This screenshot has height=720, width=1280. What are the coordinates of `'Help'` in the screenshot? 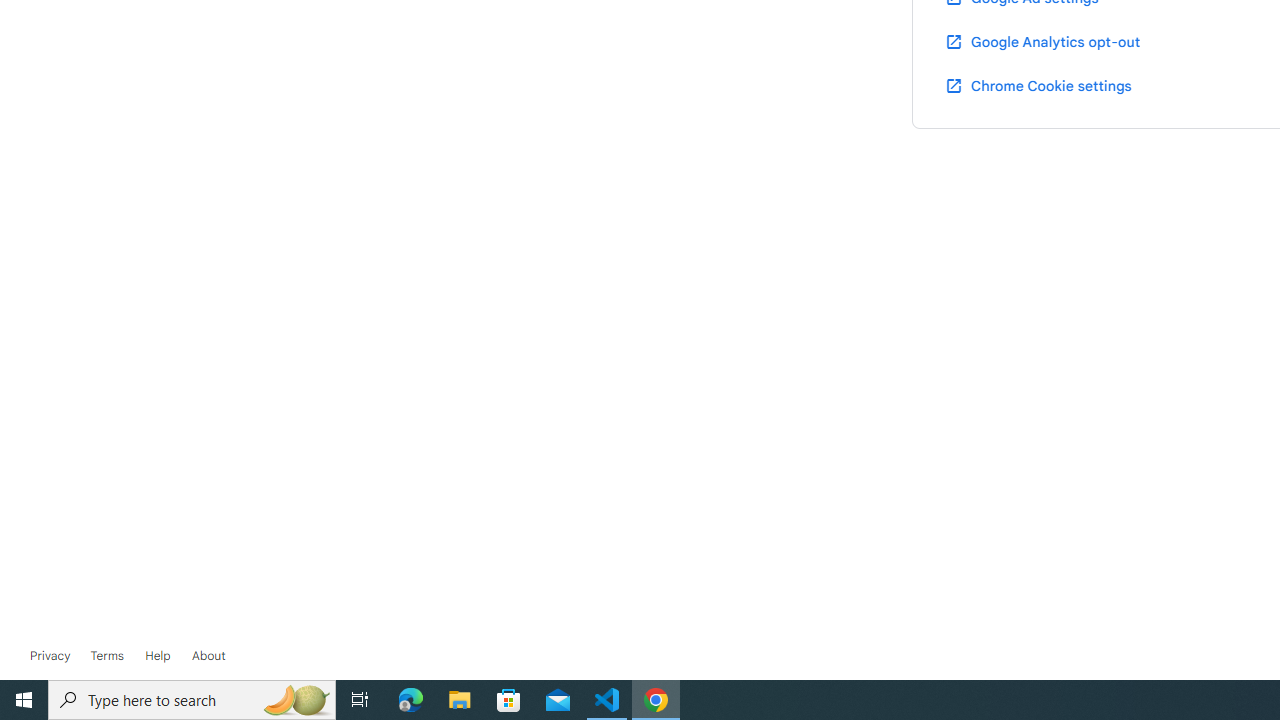 It's located at (157, 655).